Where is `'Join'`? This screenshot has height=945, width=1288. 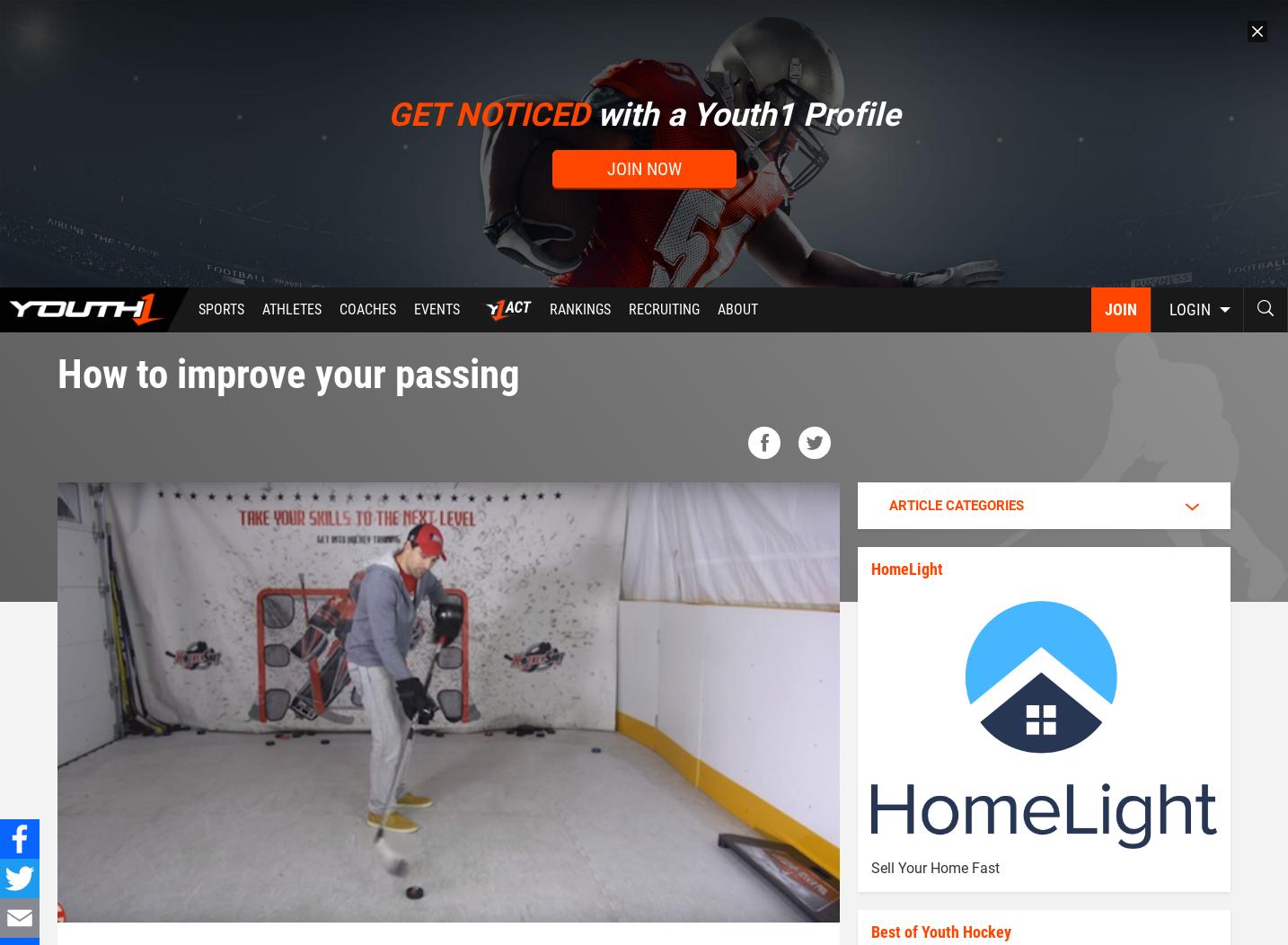
'Join' is located at coordinates (1120, 308).